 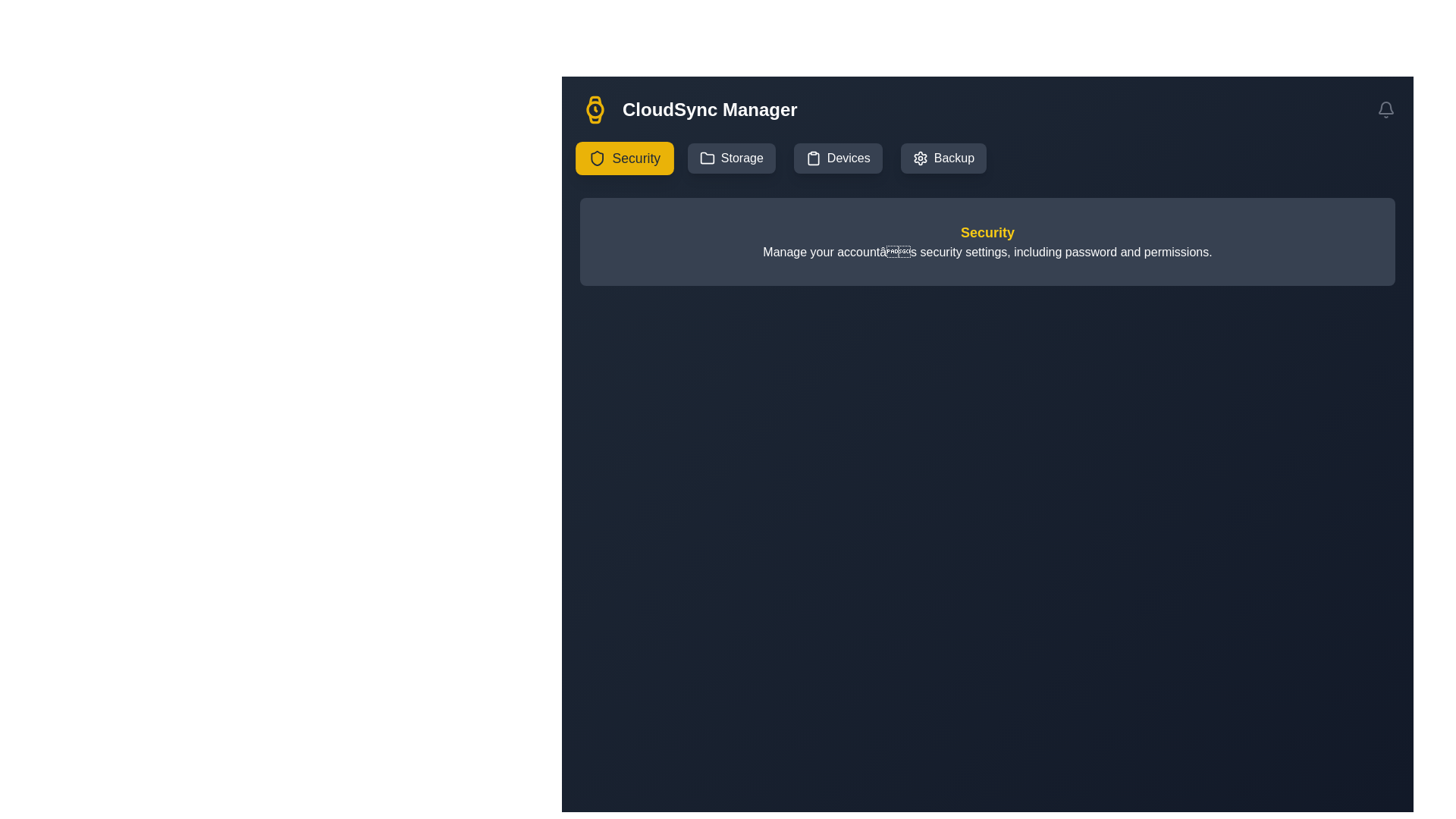 What do you see at coordinates (688, 109) in the screenshot?
I see `the 'CloudSync Manager' text label or the yellow watch icon for potential interactivity, such as navigation or revealing additional information` at bounding box center [688, 109].